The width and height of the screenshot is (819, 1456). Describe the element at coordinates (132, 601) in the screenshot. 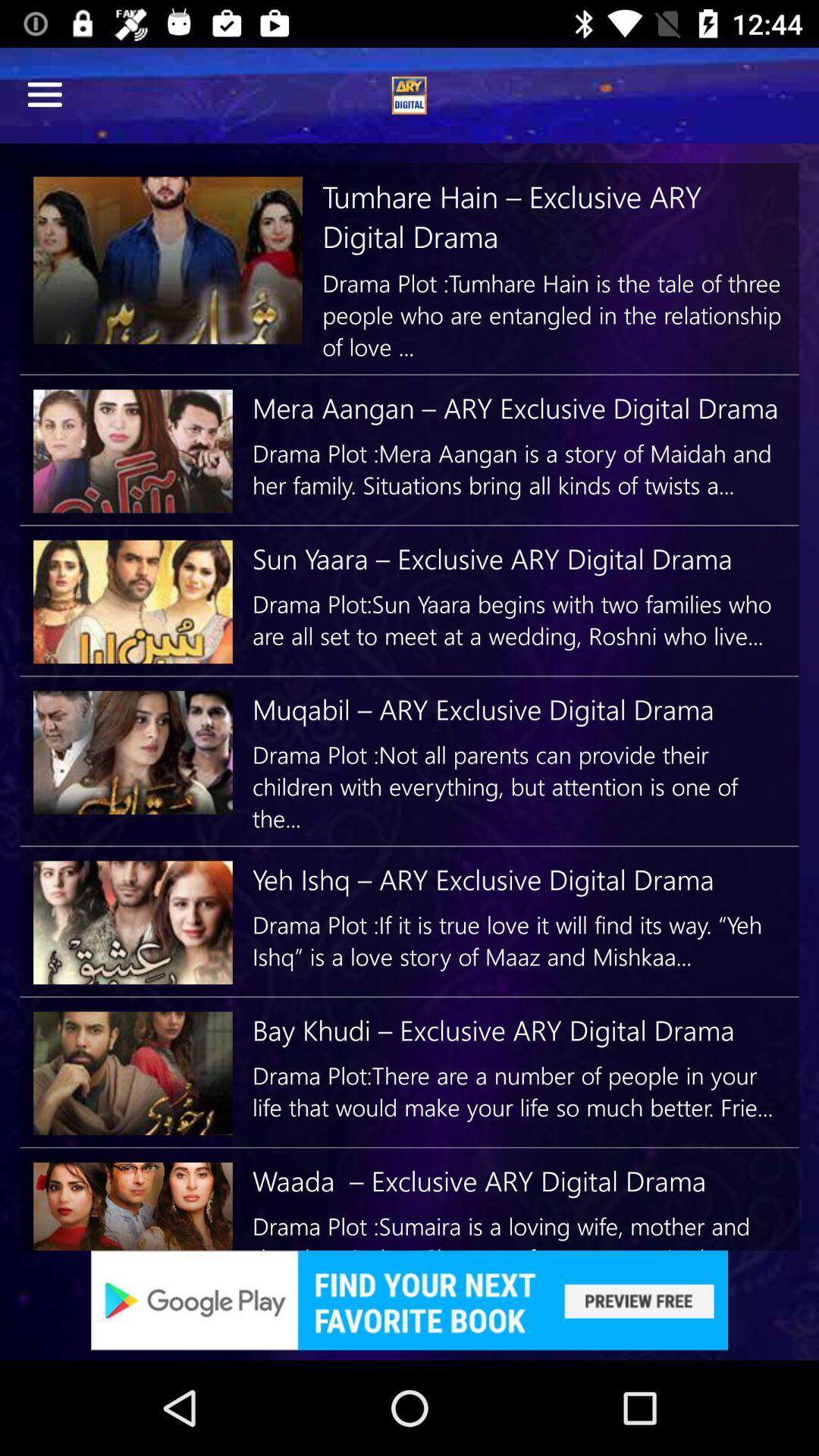

I see `the third image from the top left corner of the web page` at that location.